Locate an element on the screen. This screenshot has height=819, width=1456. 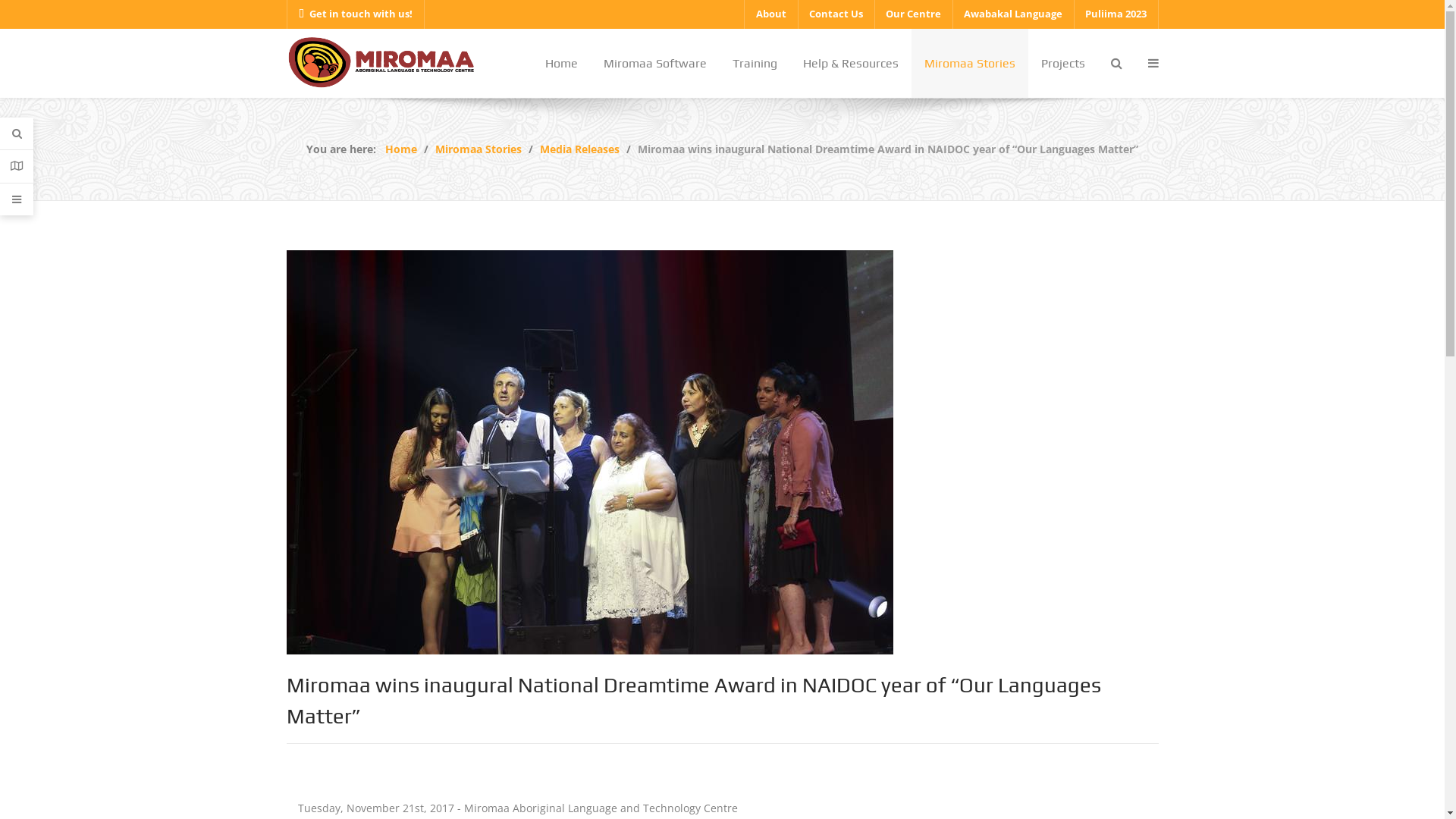
'Our Centre' is located at coordinates (912, 14).